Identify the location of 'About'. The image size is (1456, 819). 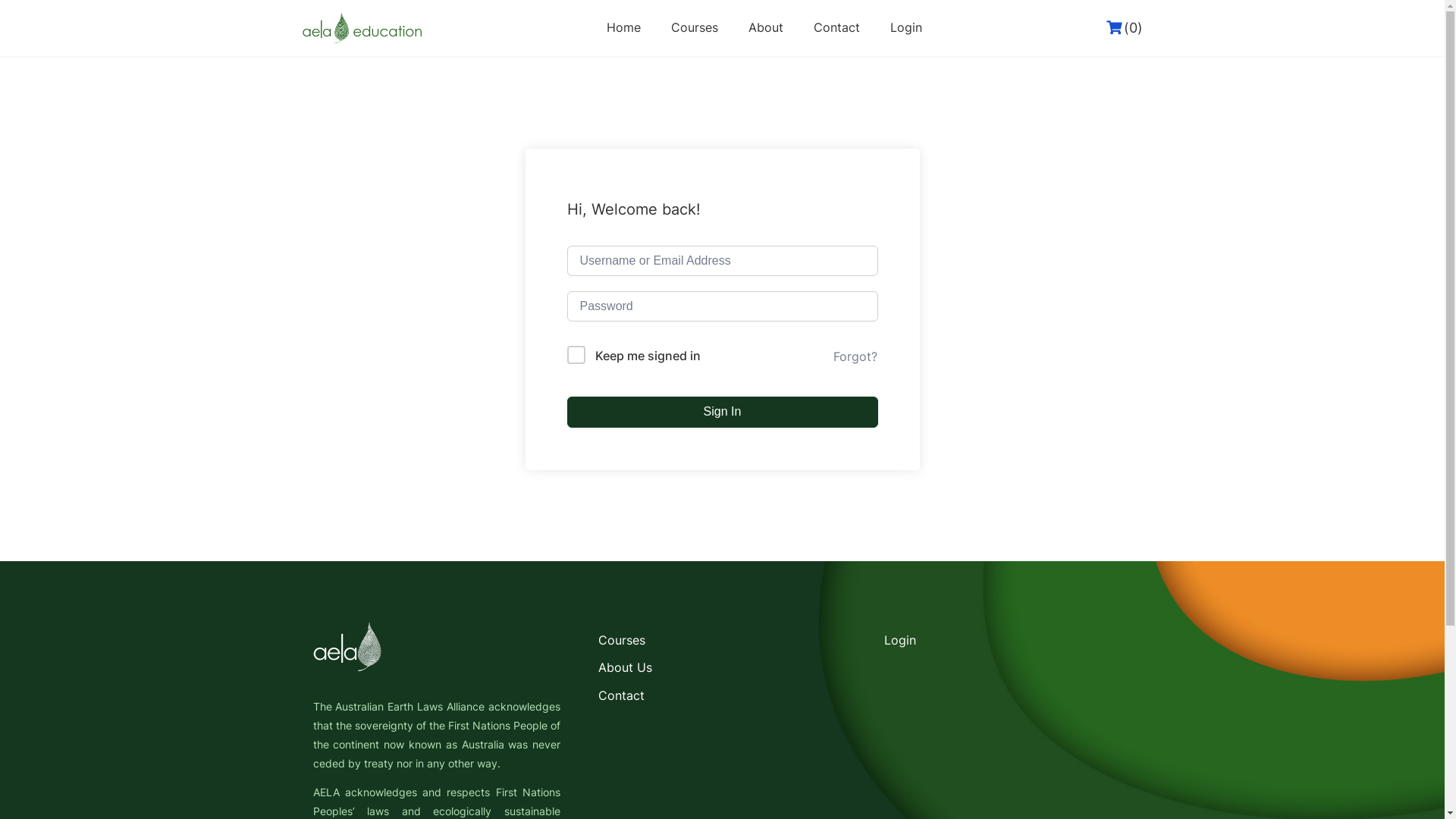
(765, 27).